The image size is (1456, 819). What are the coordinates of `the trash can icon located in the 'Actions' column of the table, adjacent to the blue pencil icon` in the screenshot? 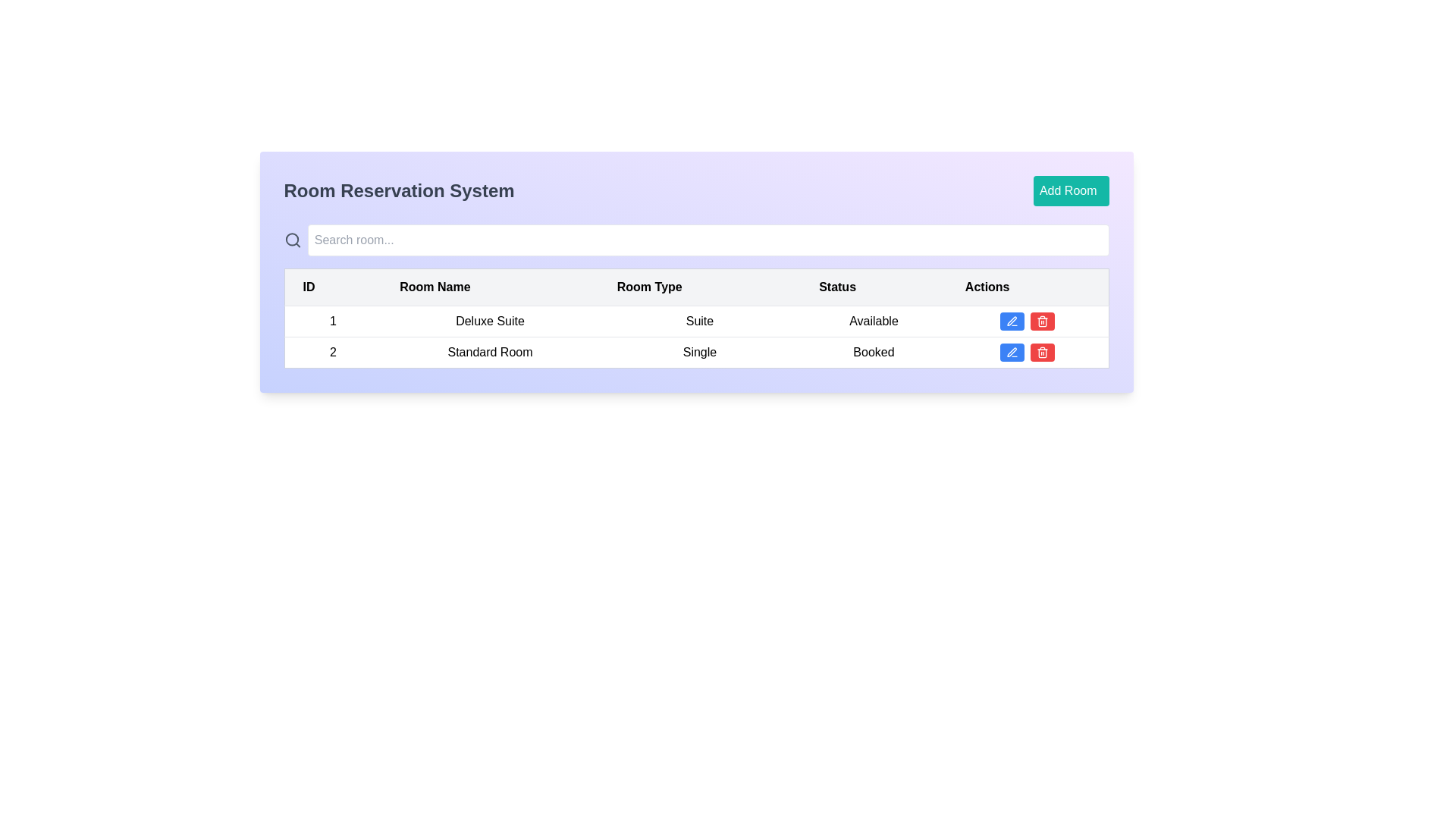 It's located at (1042, 321).